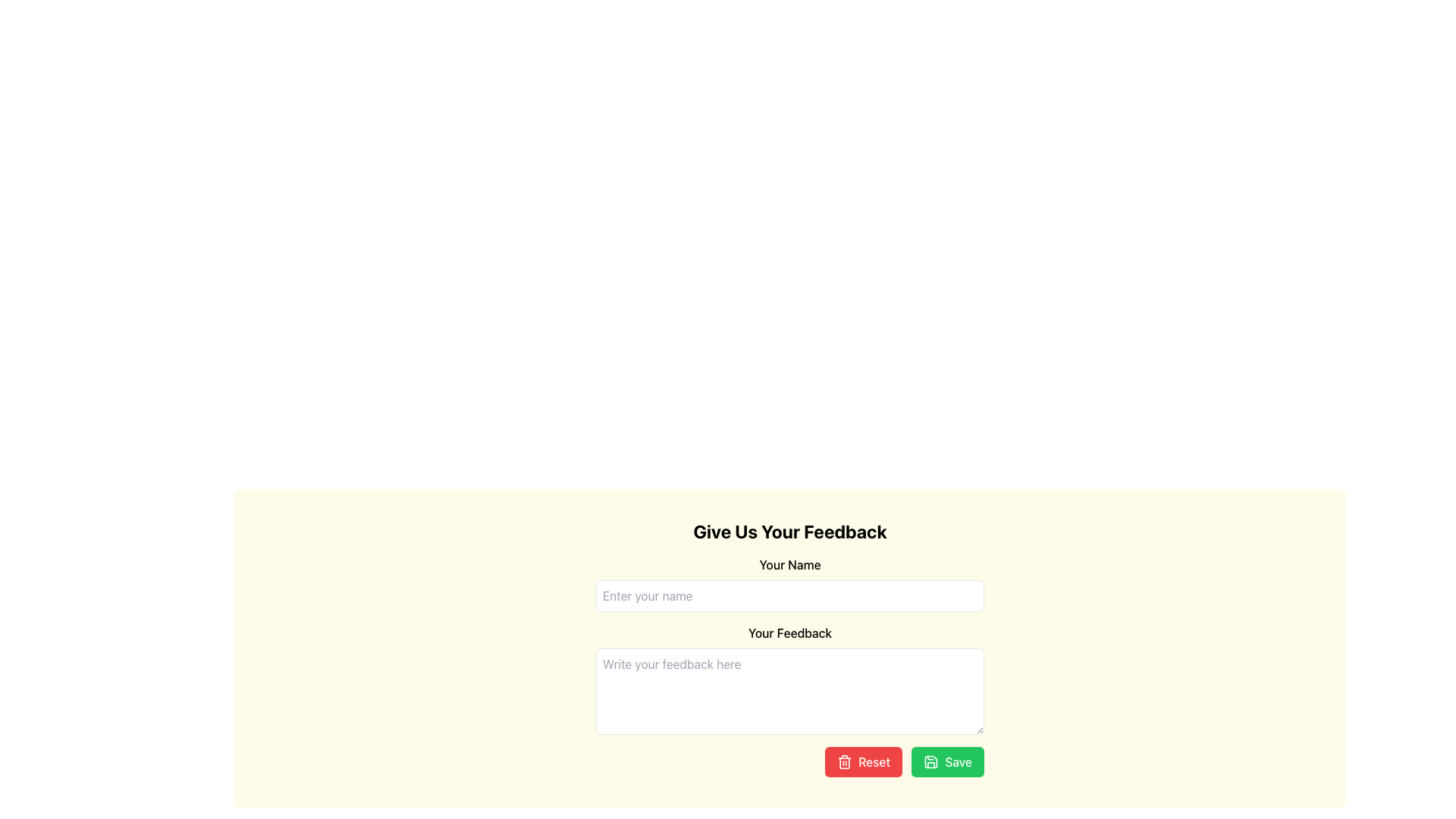 The image size is (1456, 819). Describe the element at coordinates (947, 762) in the screenshot. I see `the 'Save' button located at the bottom-right corner of the feedback form` at that location.